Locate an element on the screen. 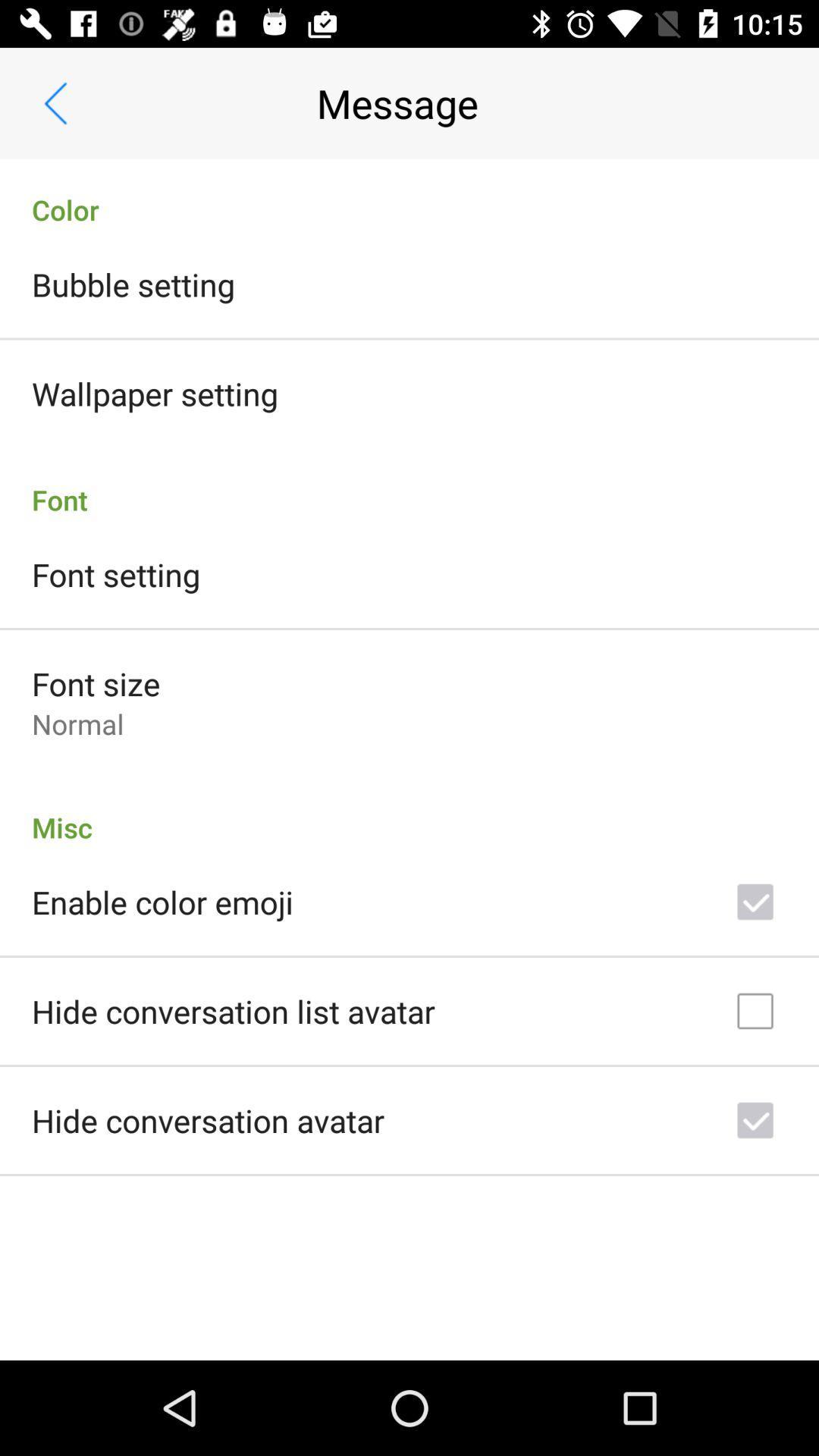 This screenshot has width=819, height=1456. the item above the misc item is located at coordinates (77, 723).